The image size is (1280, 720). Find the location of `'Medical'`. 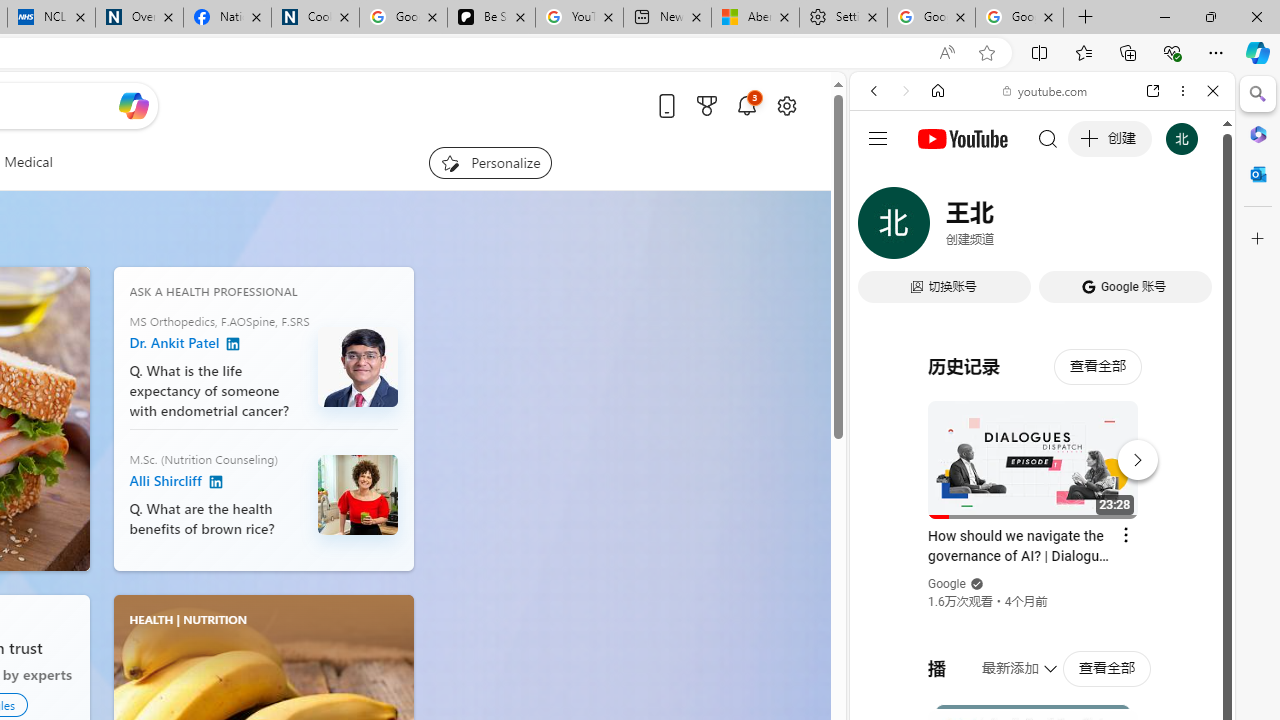

'Medical' is located at coordinates (28, 161).